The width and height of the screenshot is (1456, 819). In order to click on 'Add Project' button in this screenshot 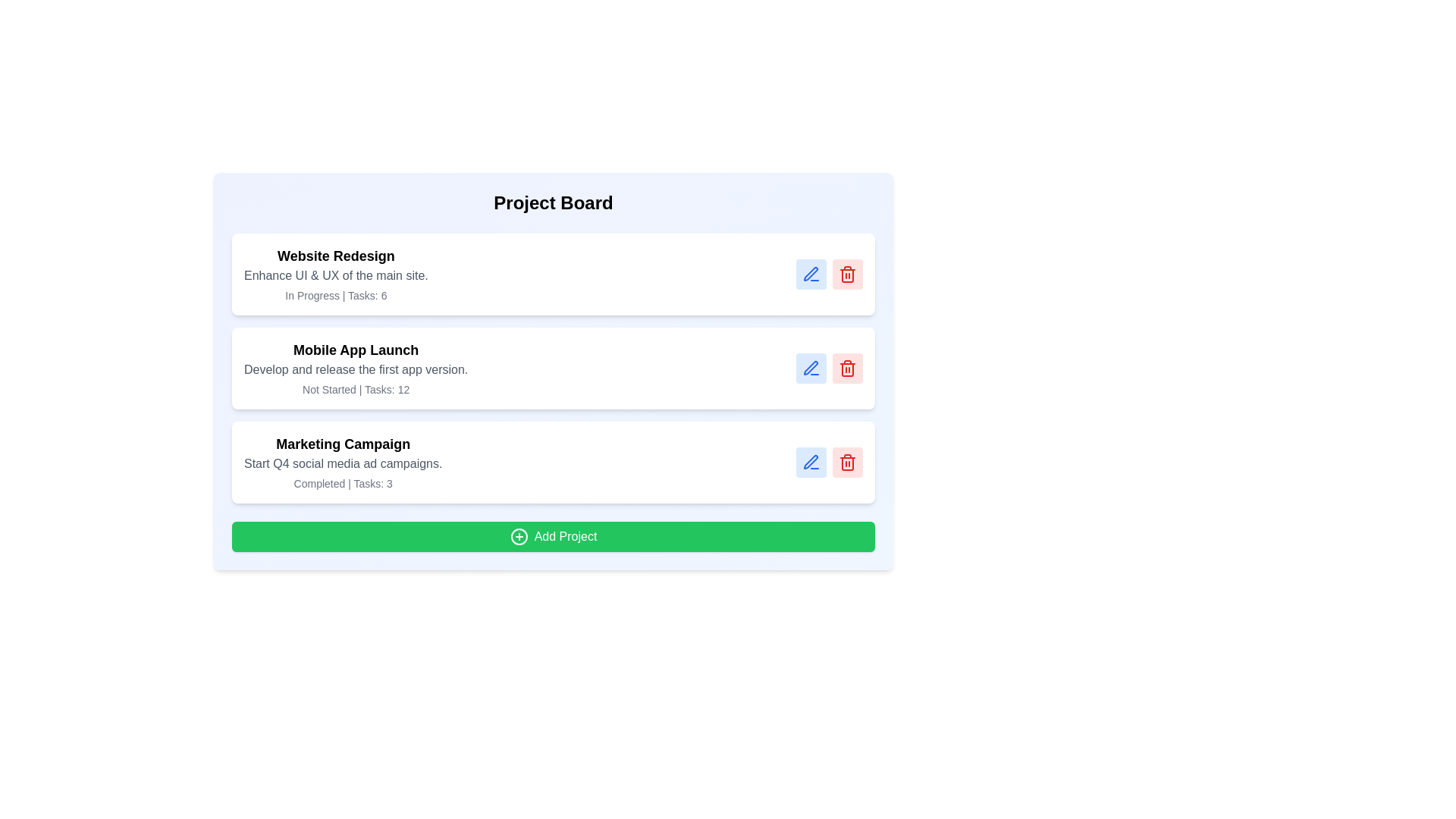, I will do `click(552, 536)`.